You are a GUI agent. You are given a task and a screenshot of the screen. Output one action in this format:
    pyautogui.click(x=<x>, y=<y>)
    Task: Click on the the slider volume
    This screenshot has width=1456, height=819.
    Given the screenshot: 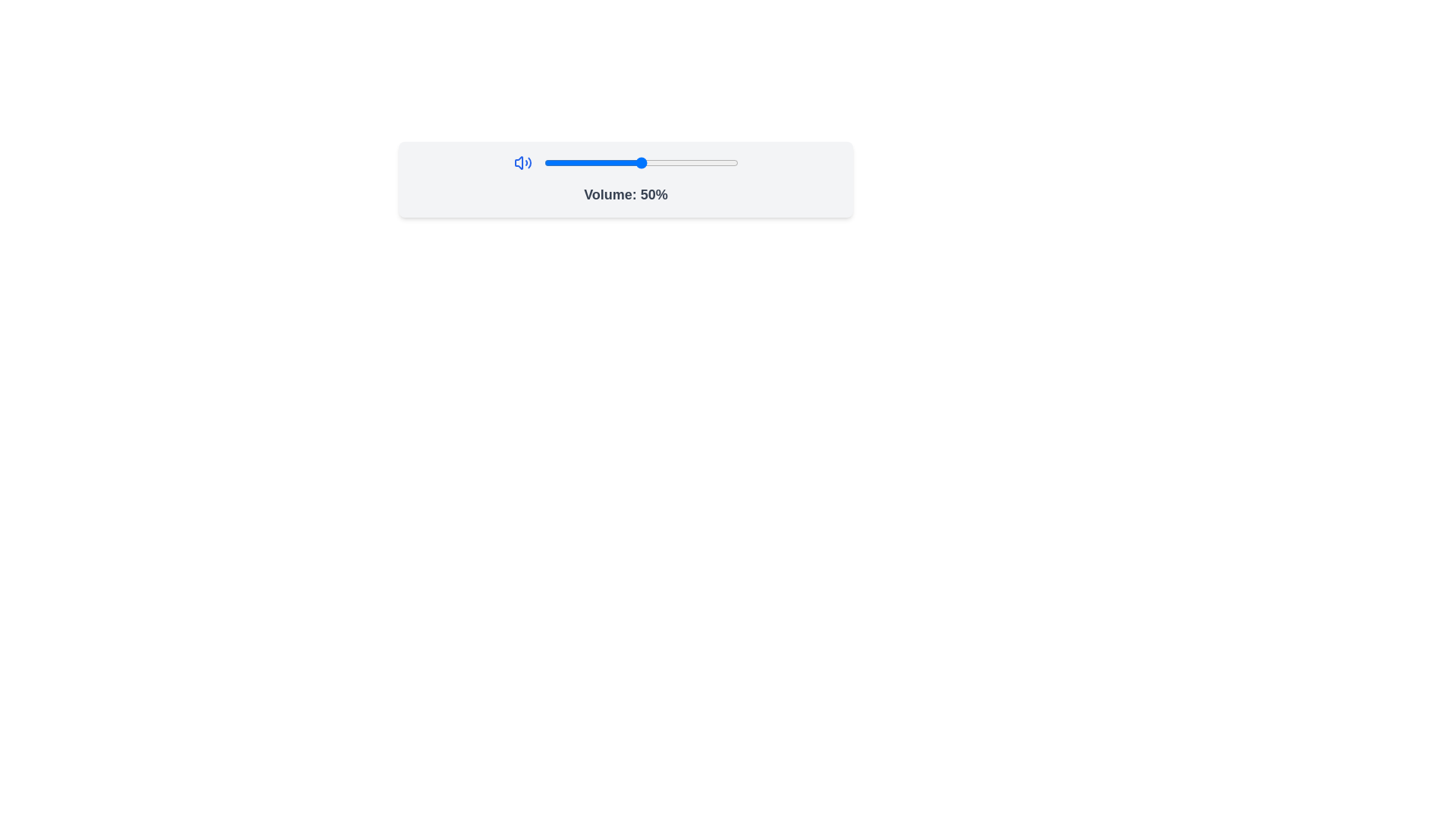 What is the action you would take?
    pyautogui.click(x=566, y=163)
    